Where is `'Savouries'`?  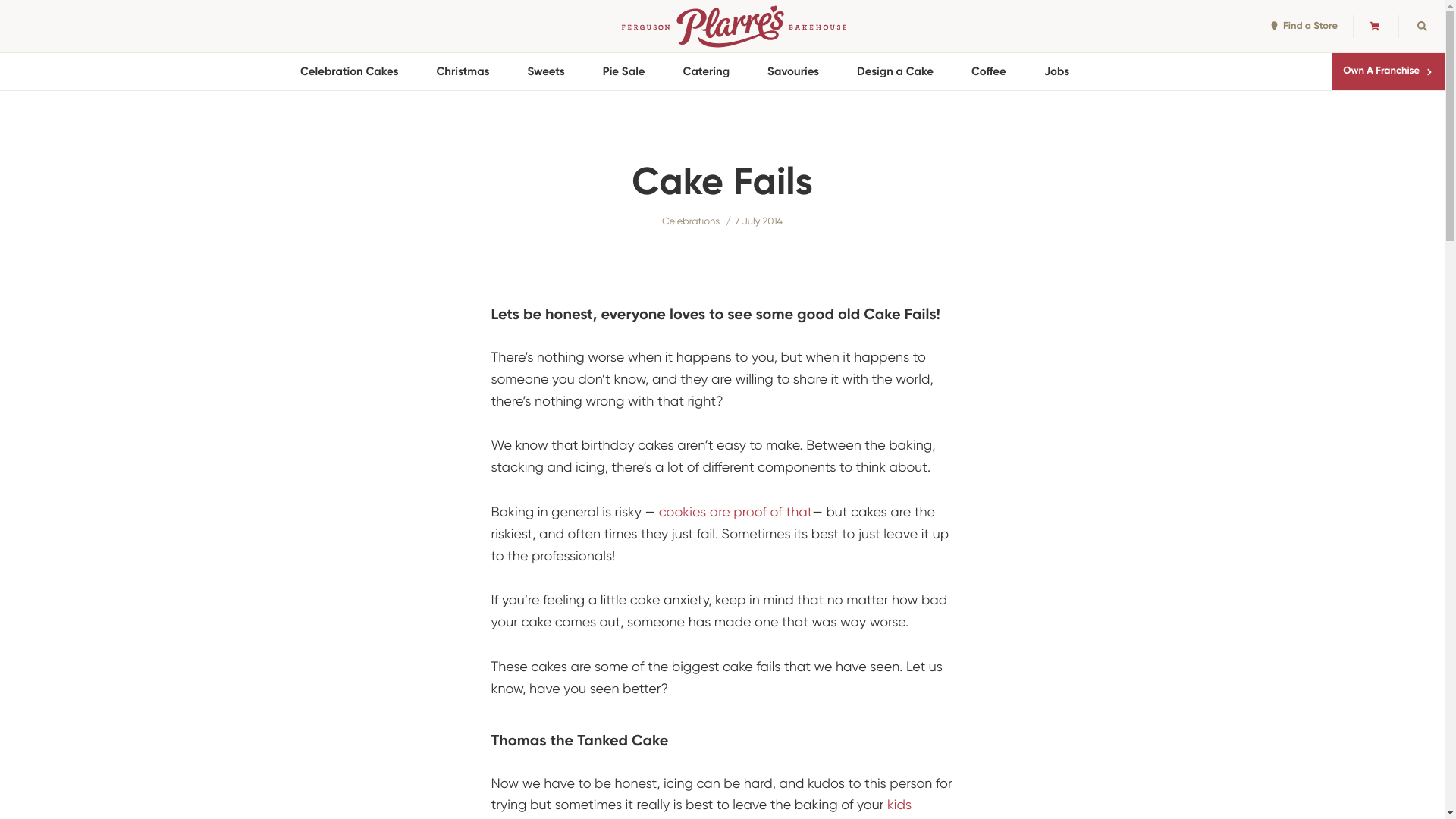 'Savouries' is located at coordinates (792, 71).